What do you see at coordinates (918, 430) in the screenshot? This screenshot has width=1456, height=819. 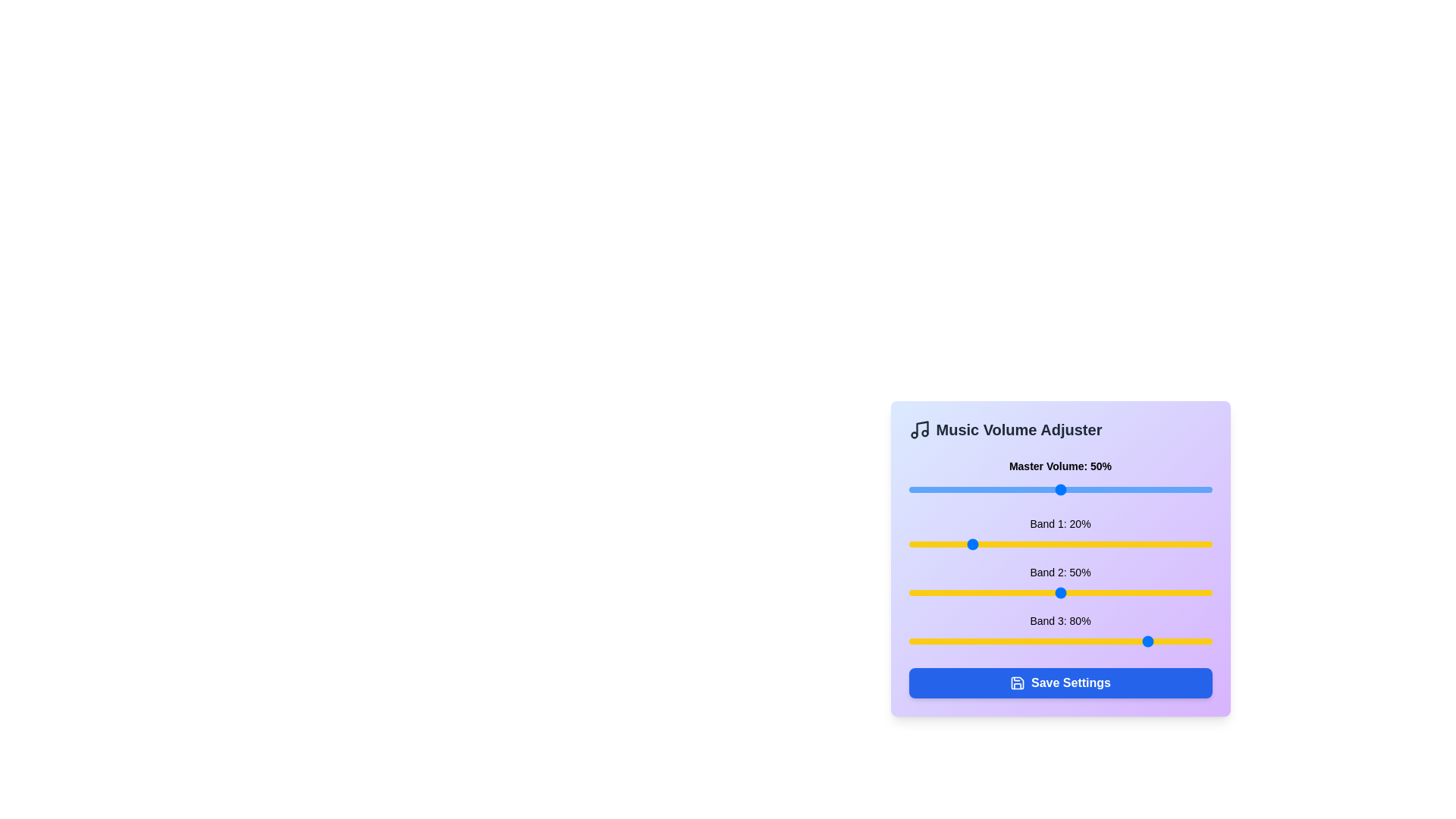 I see `the musical note icon located at the top-left corner of the 'Music Volume Adjuster' section, which is styled with a monochromatic dark shade and has a rounded design` at bounding box center [918, 430].